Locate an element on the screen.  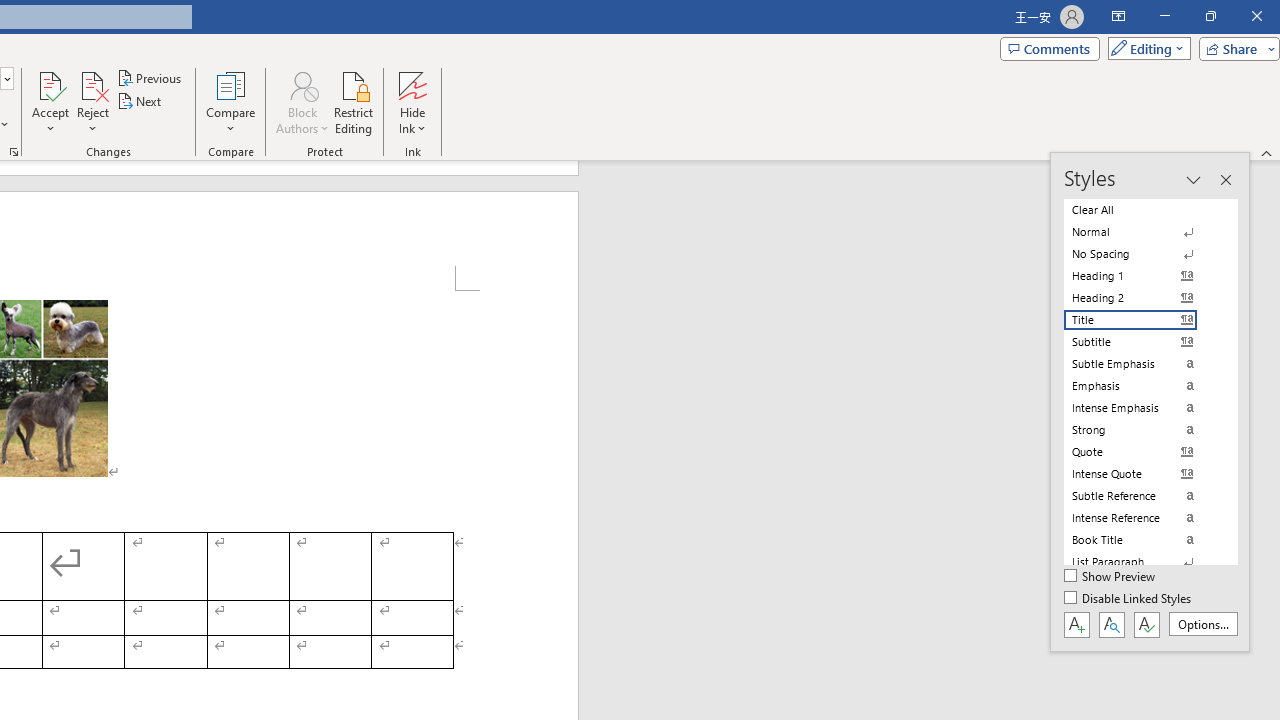
'Show Preview' is located at coordinates (1110, 577).